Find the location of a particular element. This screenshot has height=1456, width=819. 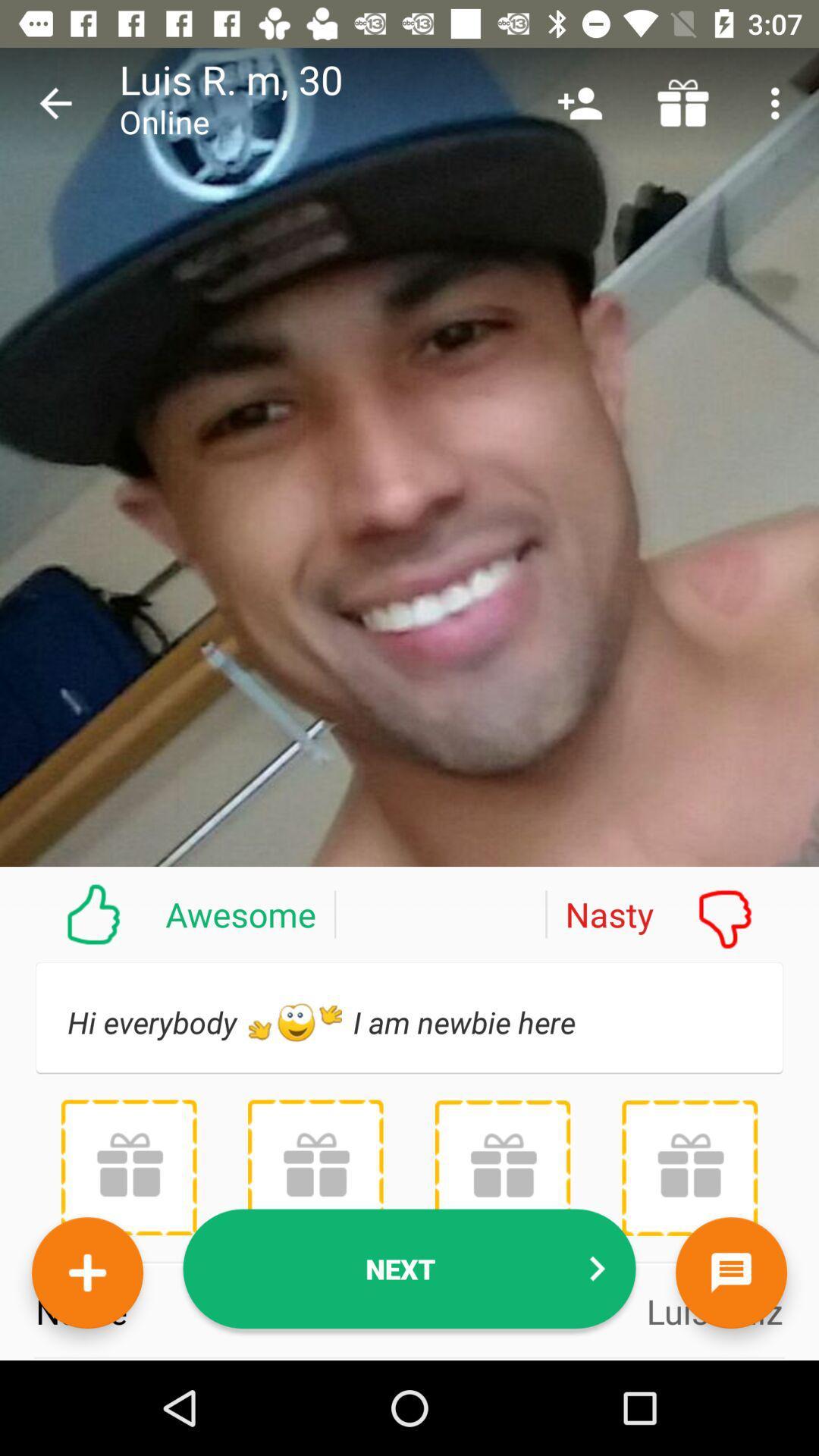

the add icon is located at coordinates (87, 1272).